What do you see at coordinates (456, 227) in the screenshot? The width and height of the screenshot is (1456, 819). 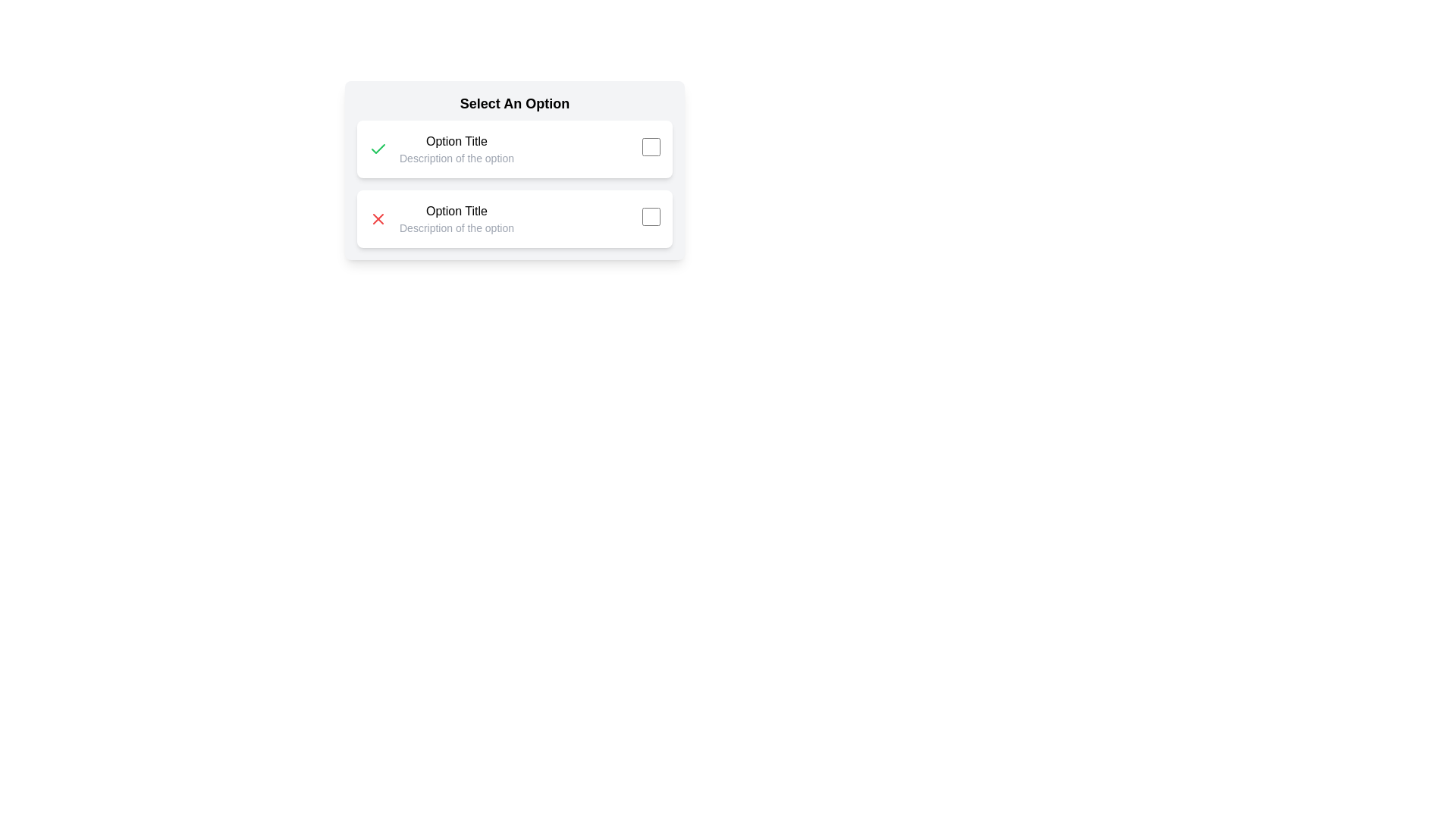 I see `the text label element displaying 'Description of the option', which is styled in small gray font and located beneath 'Option Title'` at bounding box center [456, 227].